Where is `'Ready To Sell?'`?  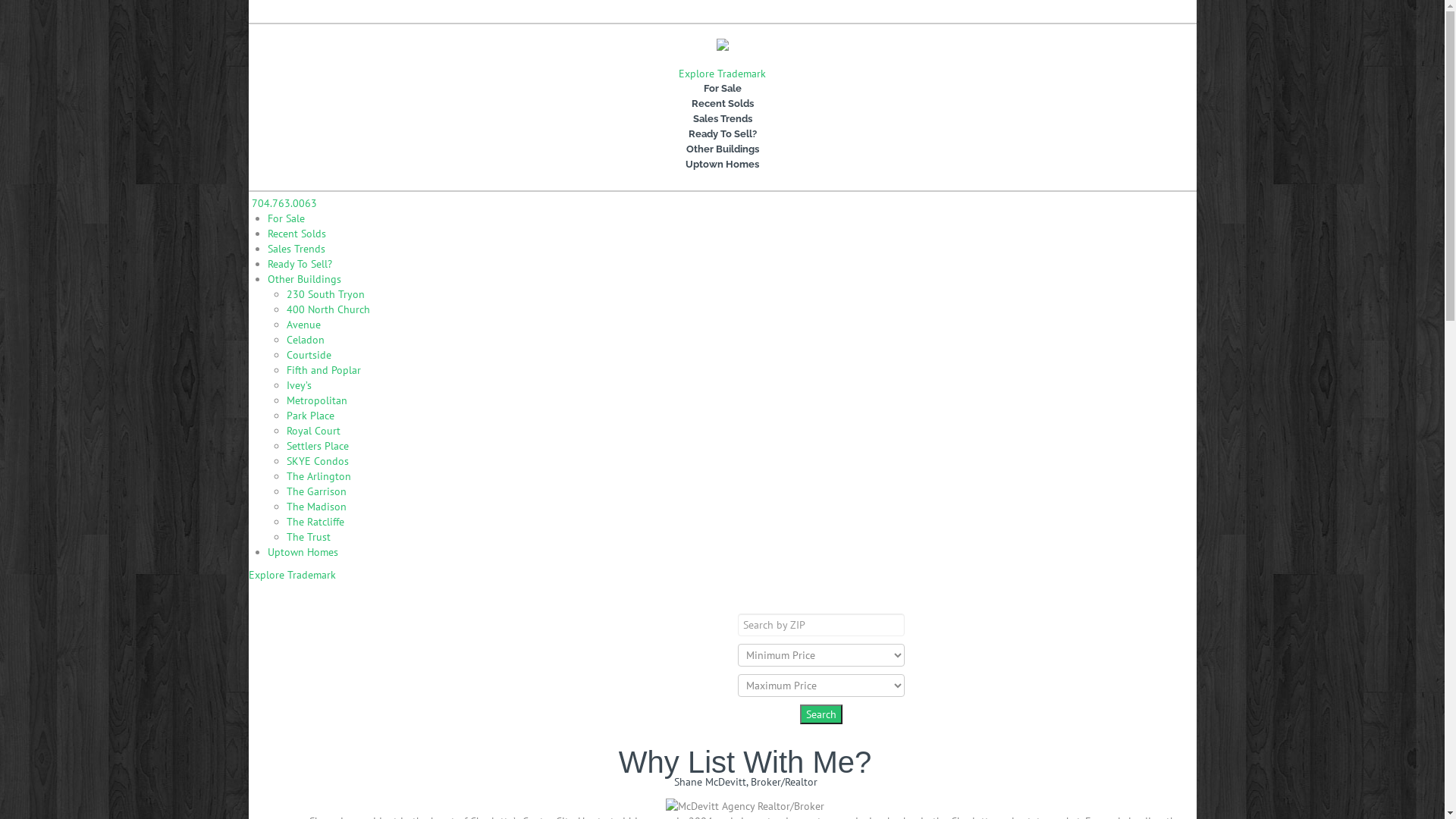 'Ready To Sell?' is located at coordinates (299, 262).